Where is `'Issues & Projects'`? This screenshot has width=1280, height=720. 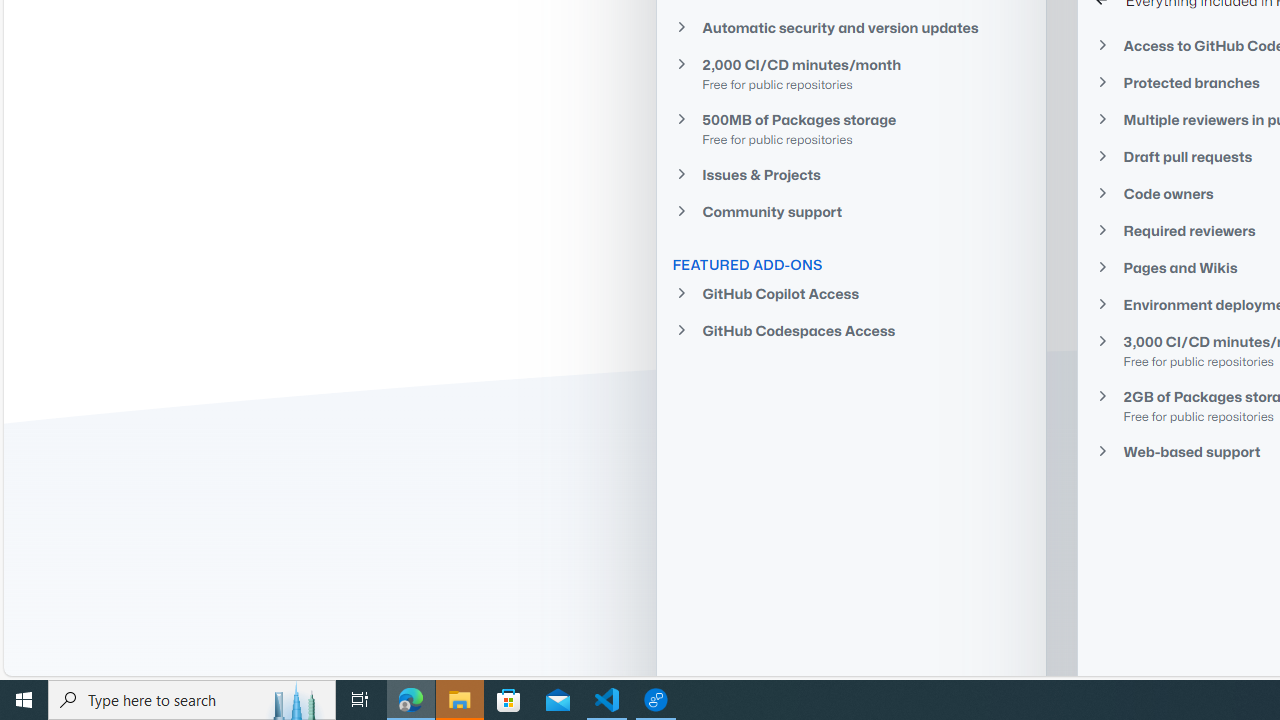
'Issues & Projects' is located at coordinates (851, 173).